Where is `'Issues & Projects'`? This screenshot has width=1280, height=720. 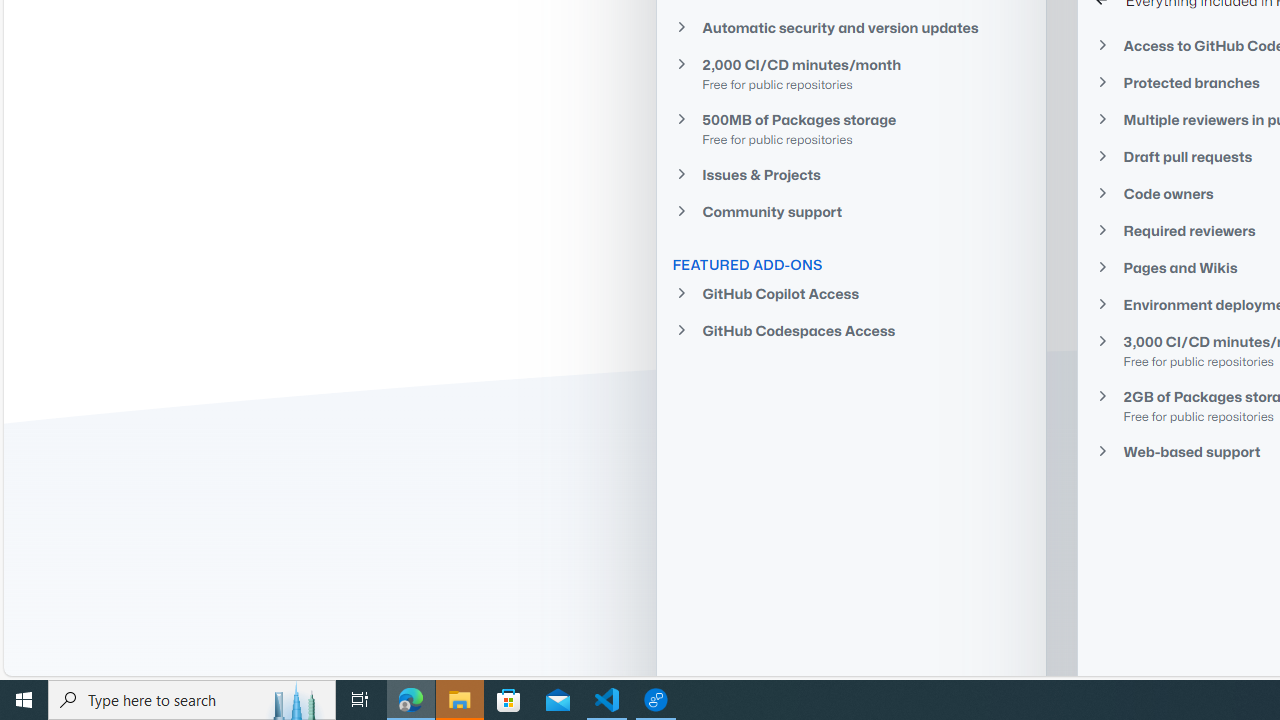
'Issues & Projects' is located at coordinates (851, 173).